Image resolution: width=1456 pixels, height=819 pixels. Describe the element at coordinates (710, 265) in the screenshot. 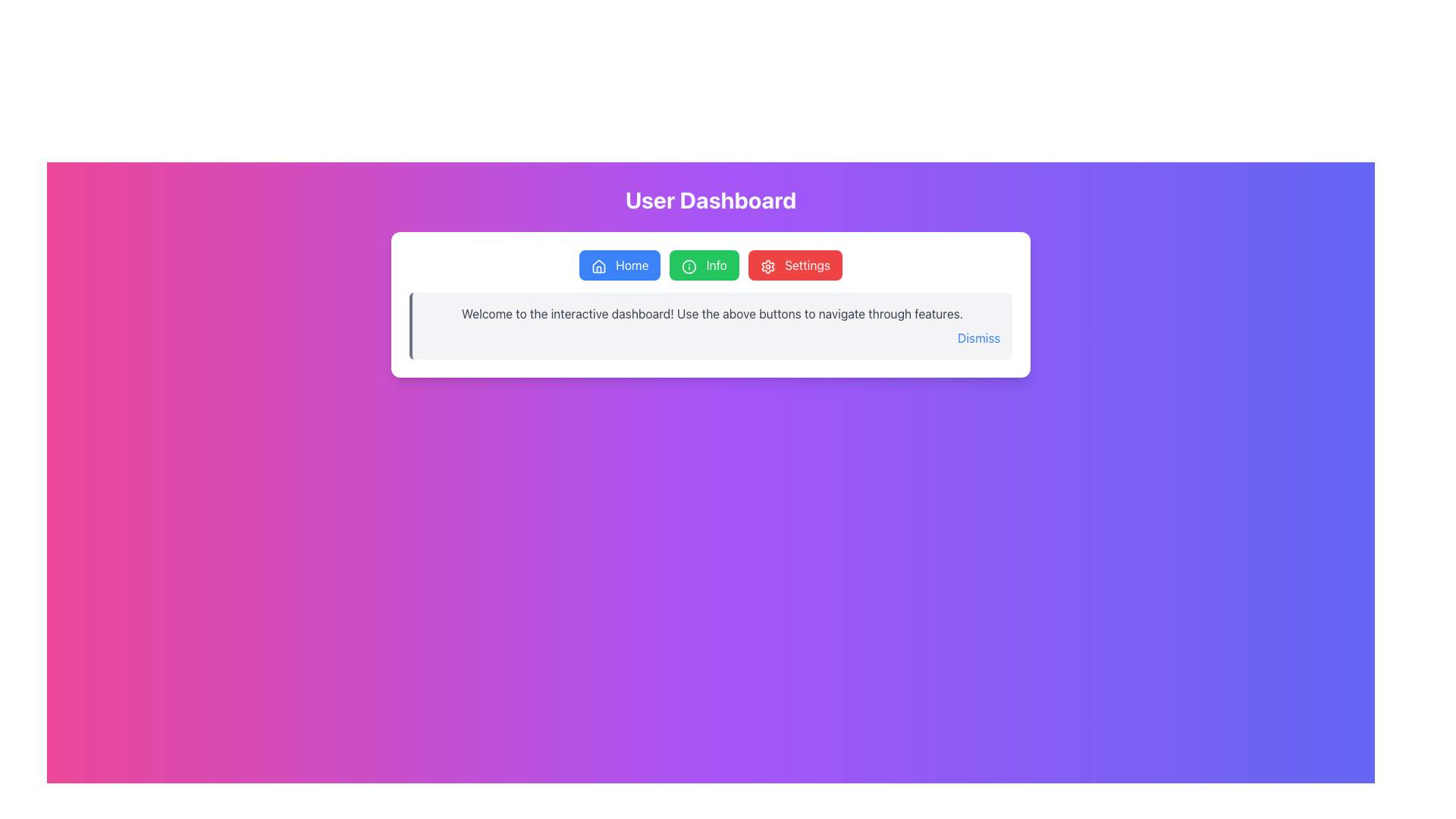

I see `the green 'Info' button located centrally in the horizontal row of three buttons` at that location.